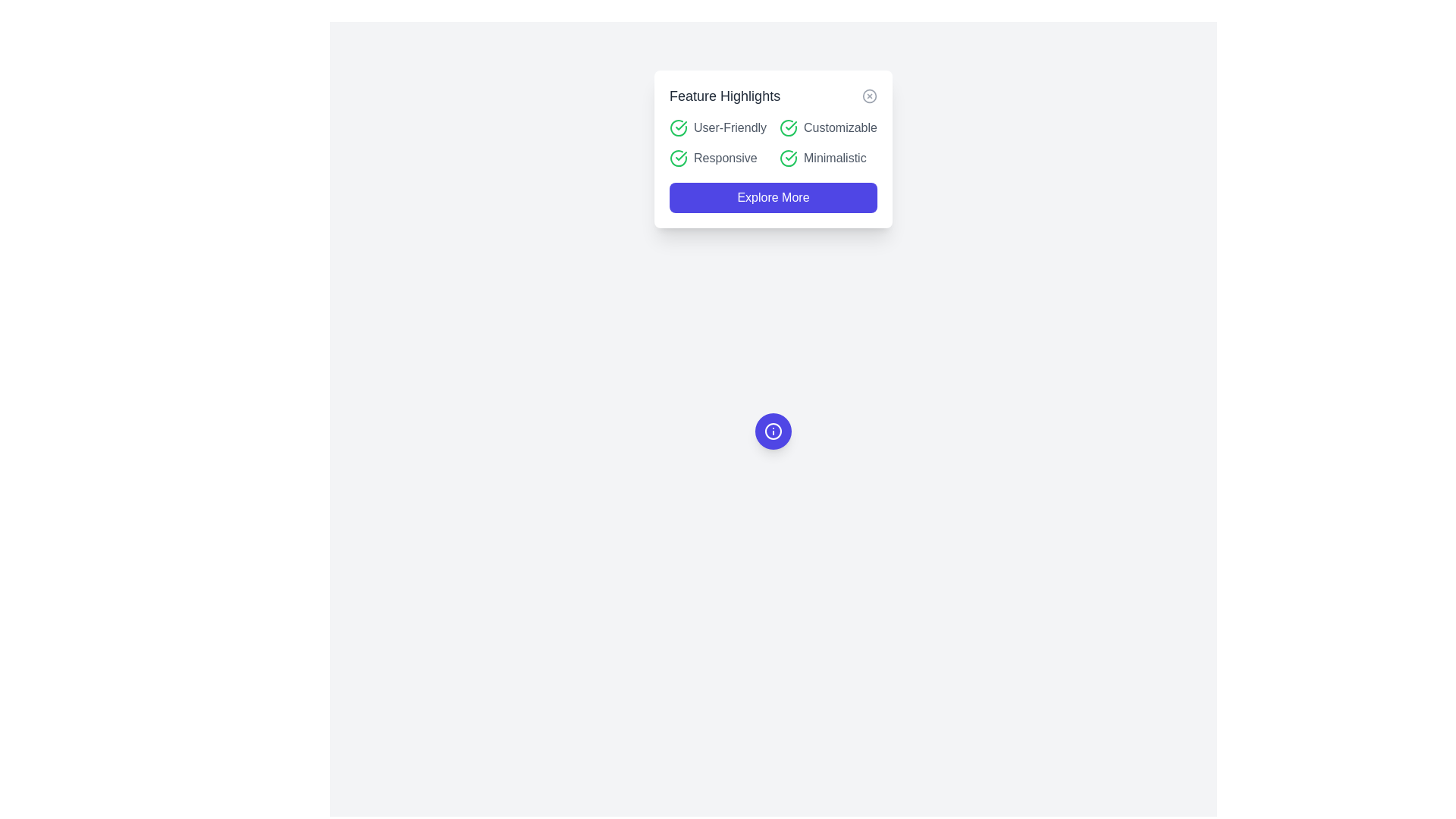  What do you see at coordinates (834, 158) in the screenshot?
I see `text label located in the lower-right corner of the feature highlights box, which serves as a descriptor for a minimalistic feature and is the last of four listed feature descriptions` at bounding box center [834, 158].